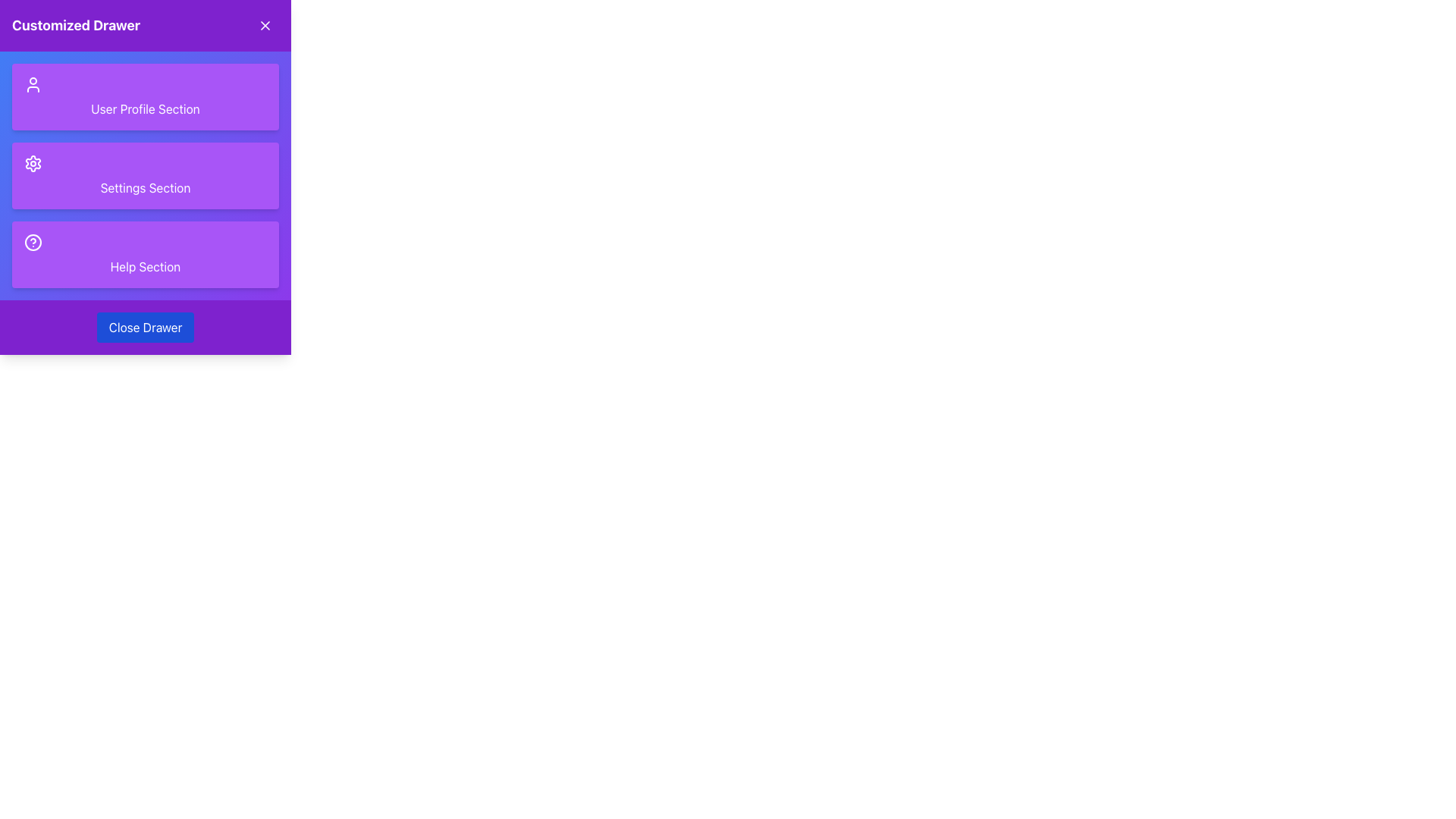 The width and height of the screenshot is (1456, 819). What do you see at coordinates (146, 174) in the screenshot?
I see `the purple rectangular button labeled 'Settings Section'` at bounding box center [146, 174].